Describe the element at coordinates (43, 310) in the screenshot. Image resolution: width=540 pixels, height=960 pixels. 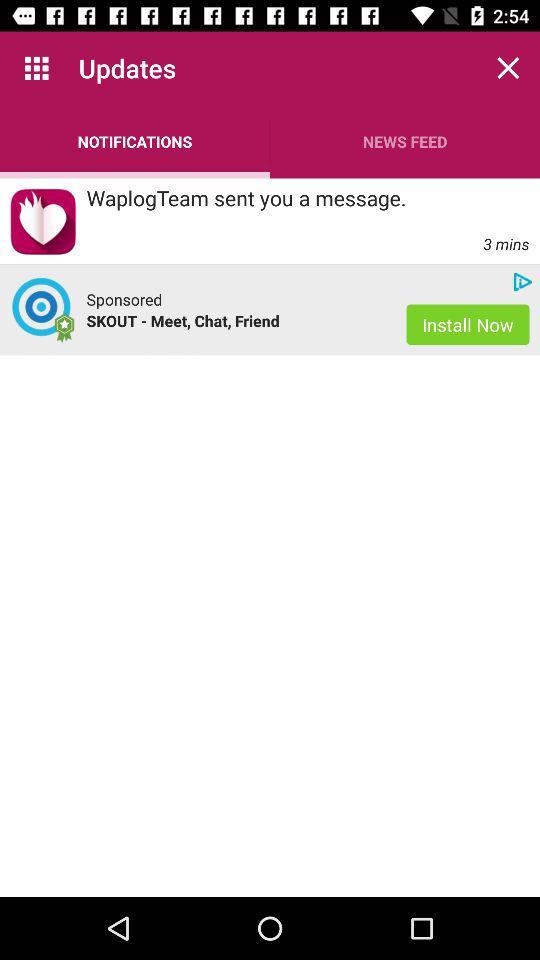
I see `icon next to the sponsored item` at that location.